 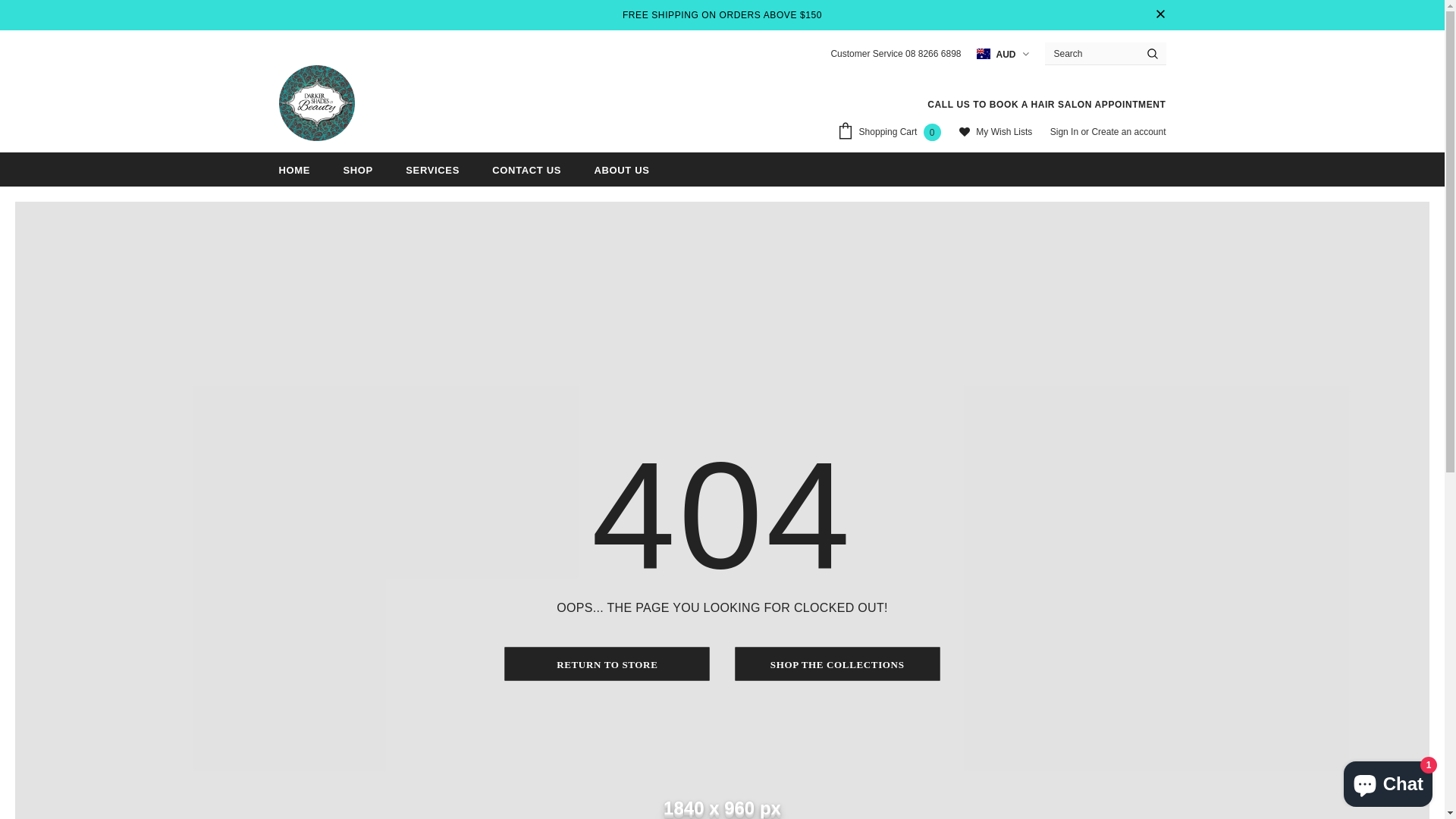 What do you see at coordinates (1388, 780) in the screenshot?
I see `'Shopify online store chat'` at bounding box center [1388, 780].